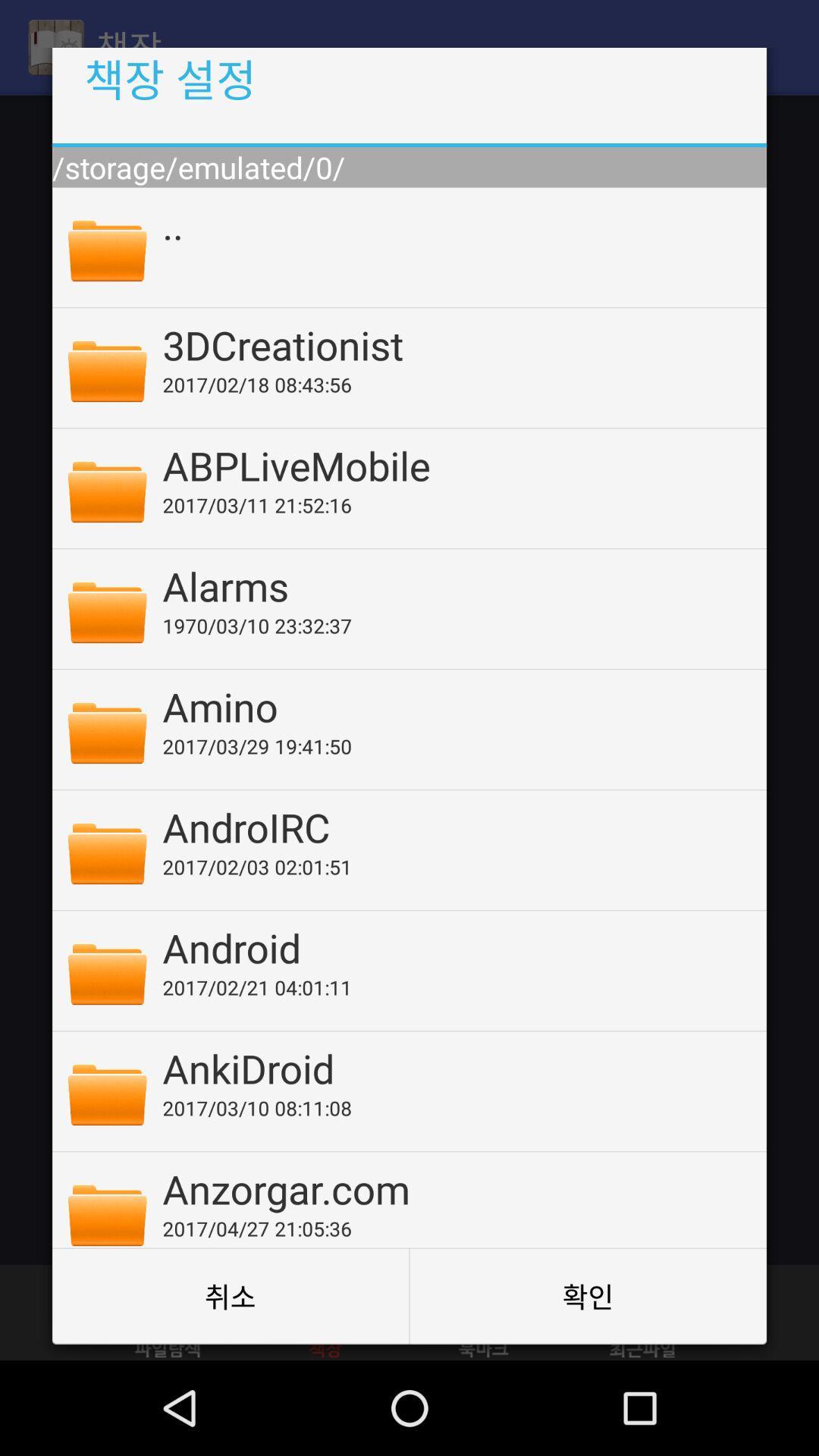 The height and width of the screenshot is (1456, 819). What do you see at coordinates (453, 705) in the screenshot?
I see `the amino item` at bounding box center [453, 705].